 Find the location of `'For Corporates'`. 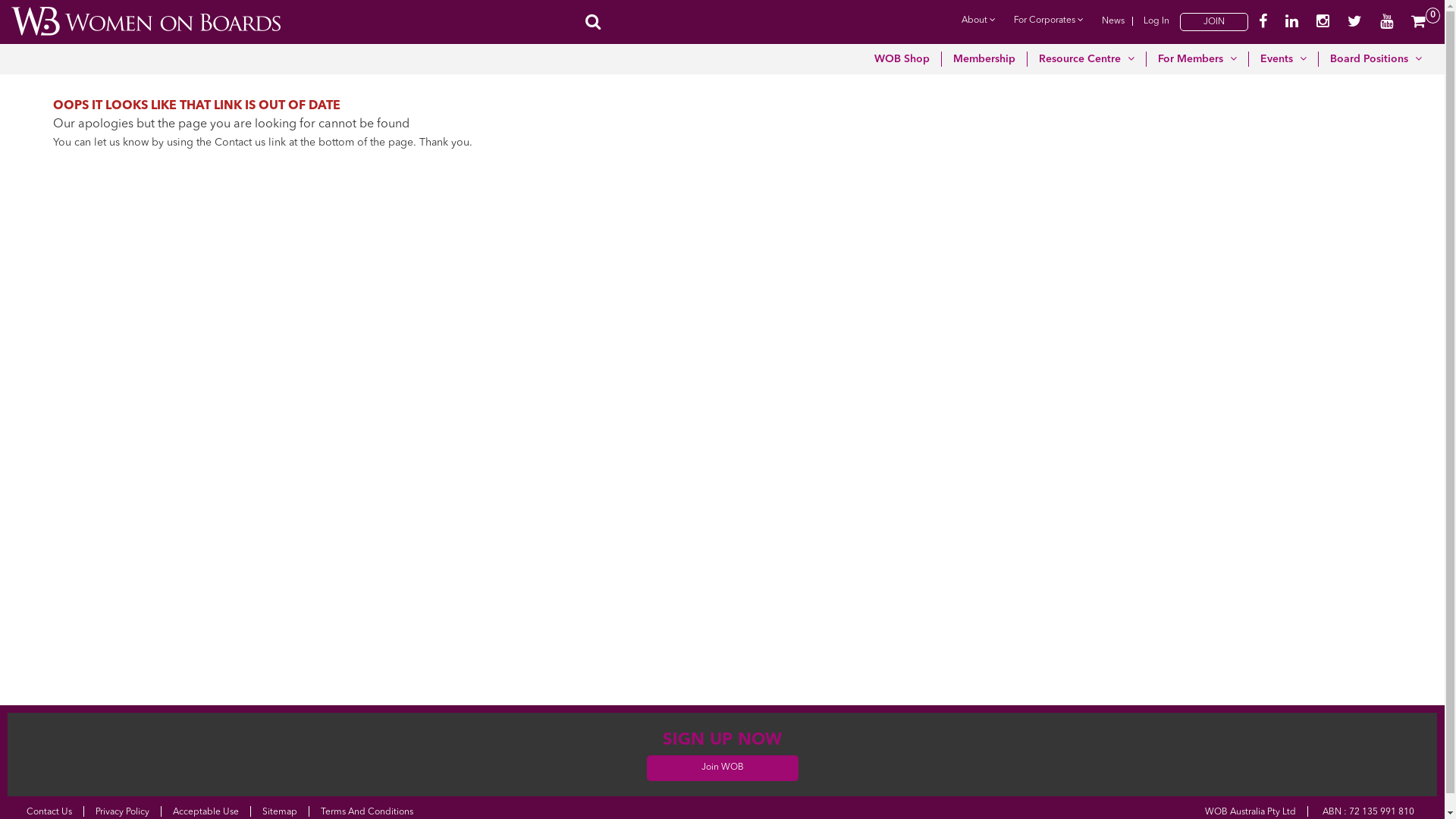

'For Corporates' is located at coordinates (1047, 20).